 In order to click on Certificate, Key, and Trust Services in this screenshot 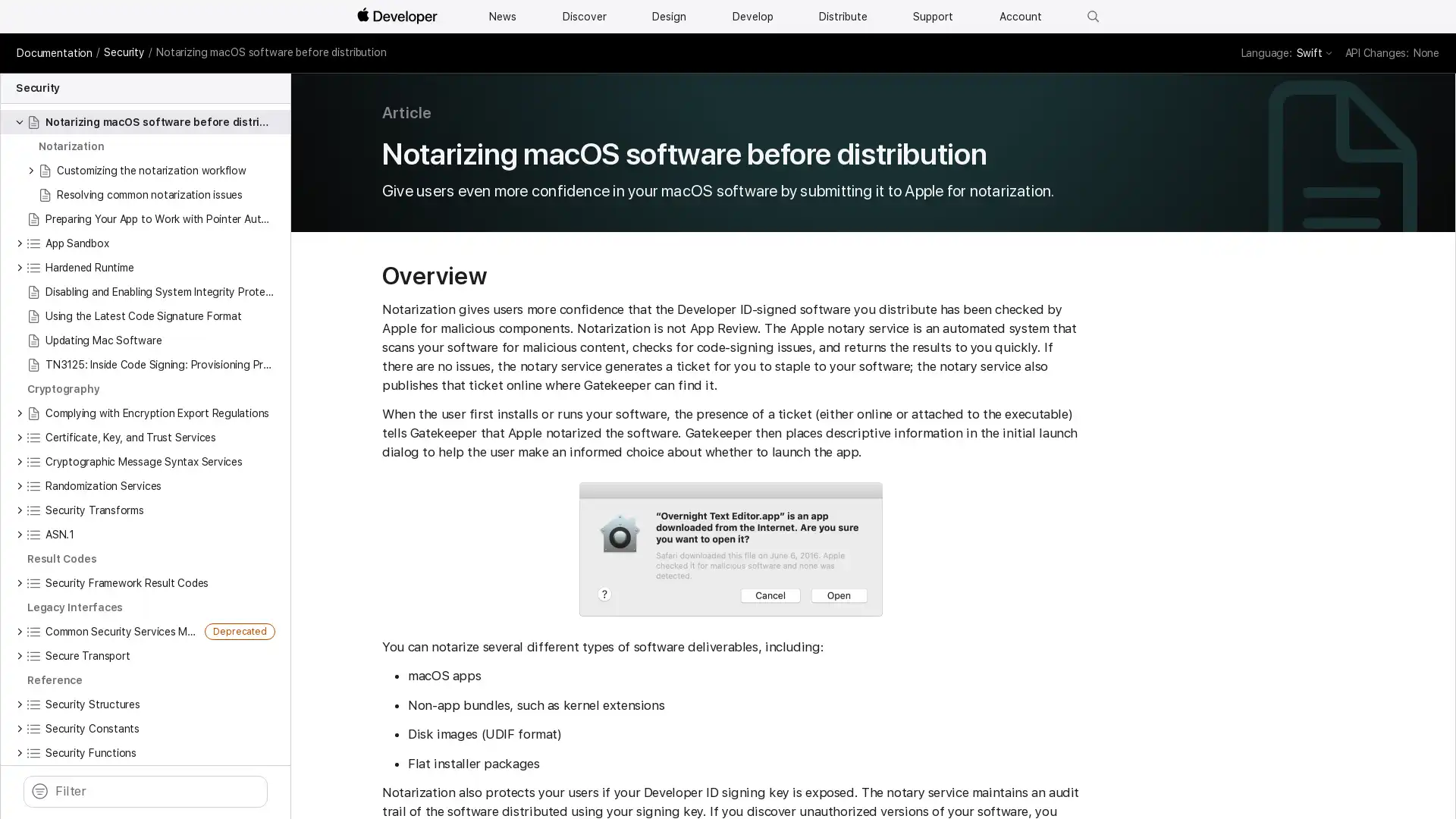, I will do `click(17, 446)`.